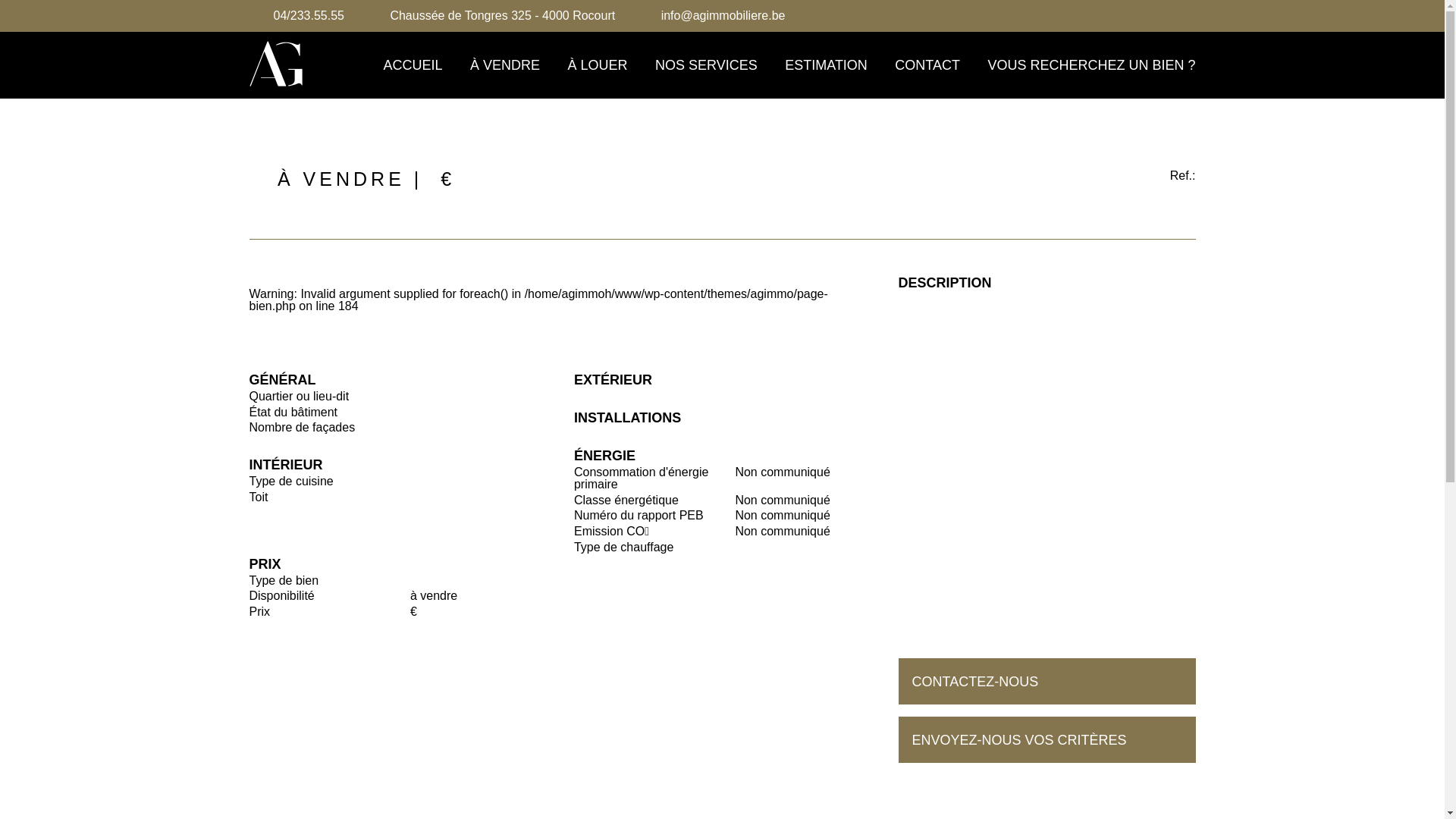 This screenshot has width=1456, height=819. I want to click on '04/233.55.55', so click(307, 15).